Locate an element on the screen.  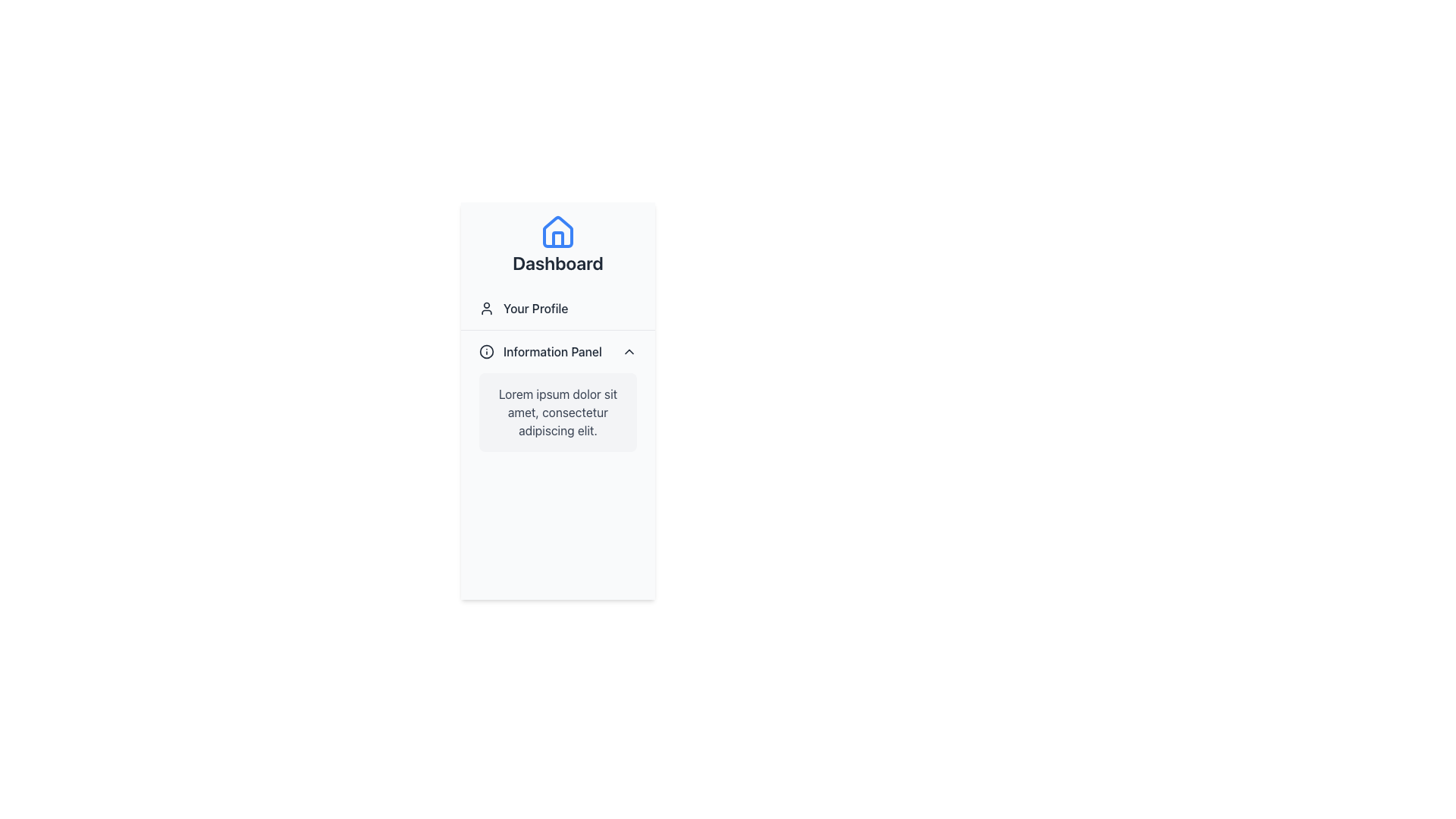
the Text label with an accompanying icon in the left-hand sidebar, located beneath the 'Your Profile' entry, which indicates the content of the collapsible information panel is located at coordinates (540, 351).